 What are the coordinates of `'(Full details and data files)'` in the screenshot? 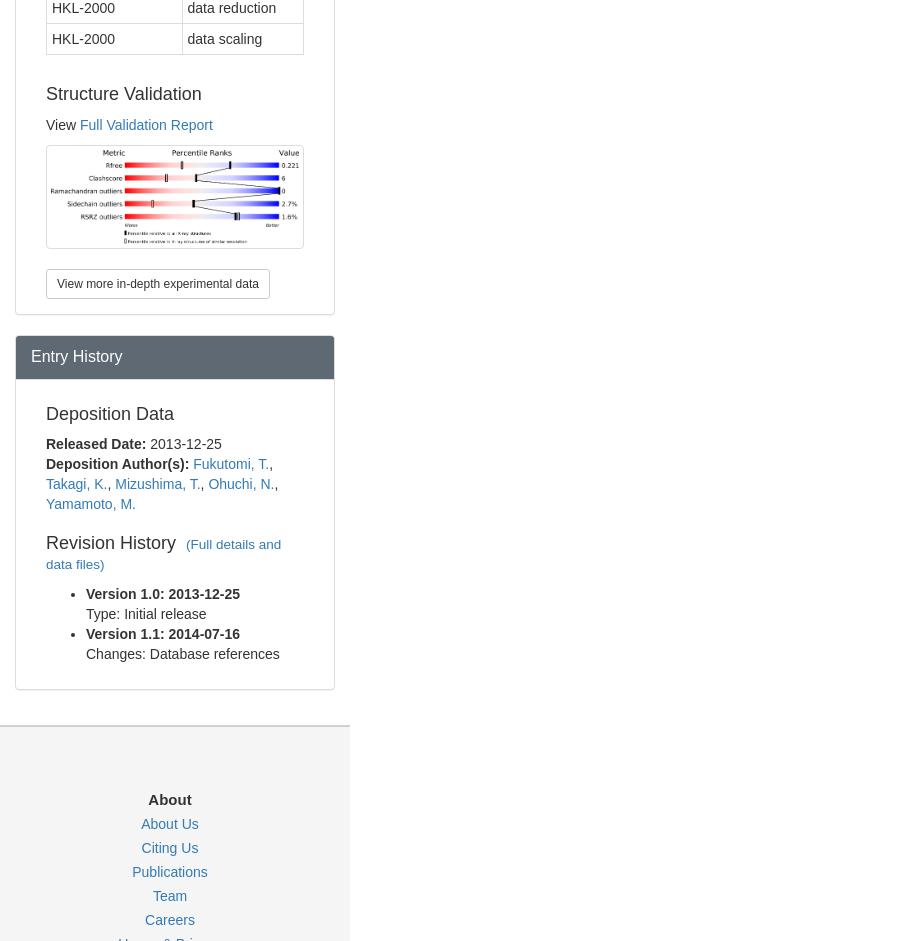 It's located at (163, 554).